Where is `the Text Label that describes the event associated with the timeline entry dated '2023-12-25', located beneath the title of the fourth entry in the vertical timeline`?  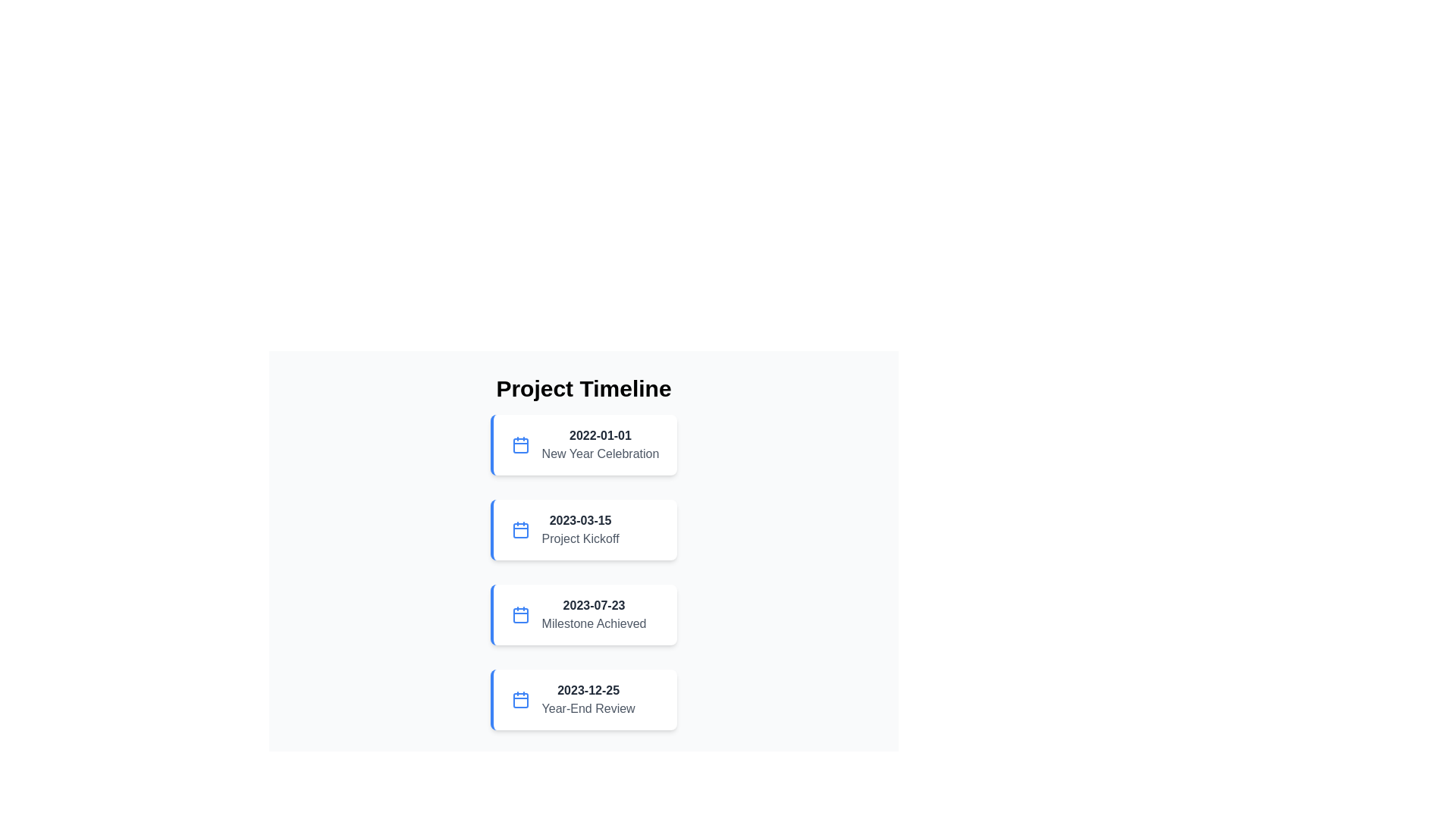
the Text Label that describes the event associated with the timeline entry dated '2023-12-25', located beneath the title of the fourth entry in the vertical timeline is located at coordinates (588, 708).